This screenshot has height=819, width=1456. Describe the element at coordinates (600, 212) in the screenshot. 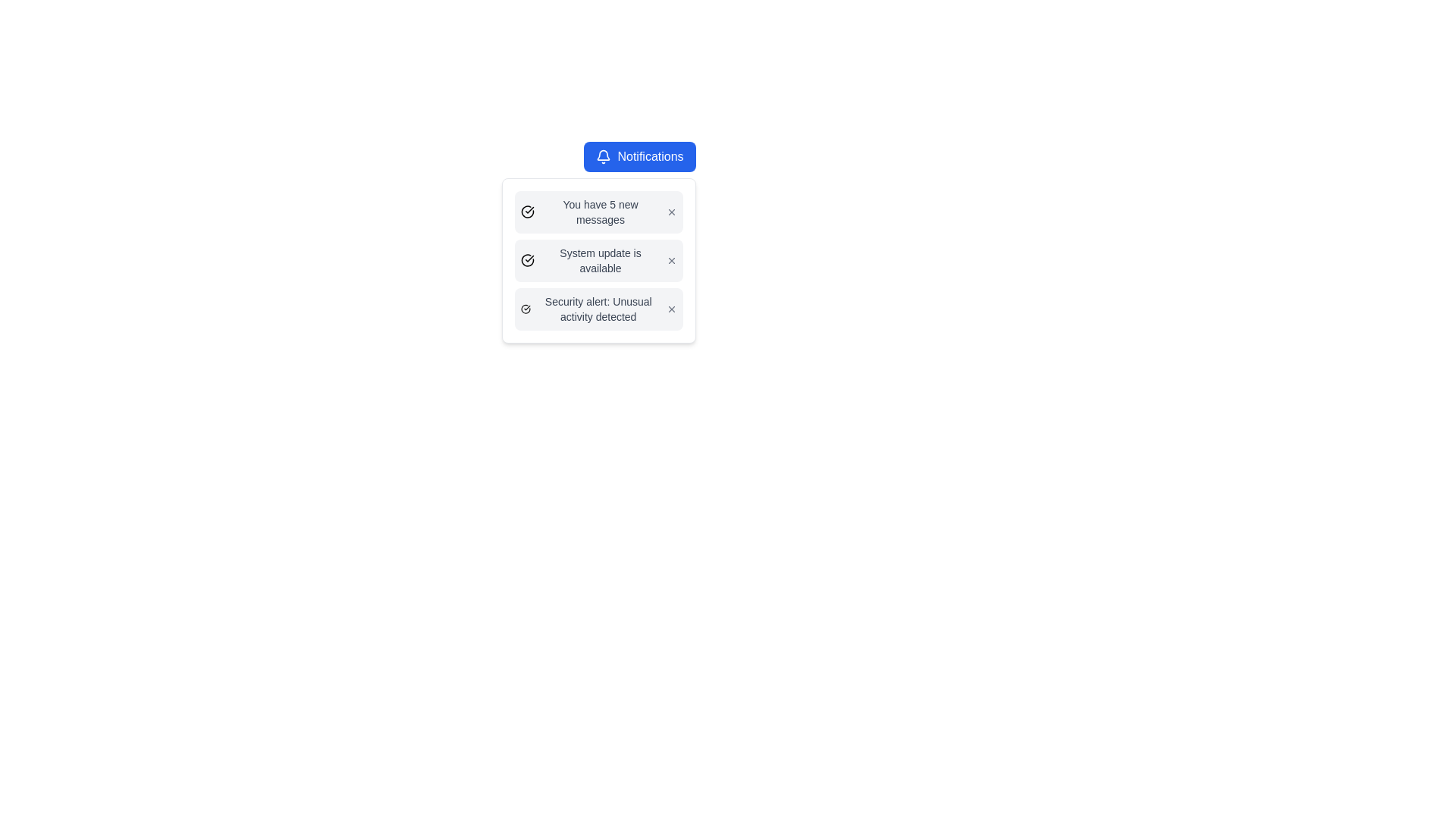

I see `the text label displaying 'You have 5 new messages' within the notification card under the 'Notifications' header` at that location.